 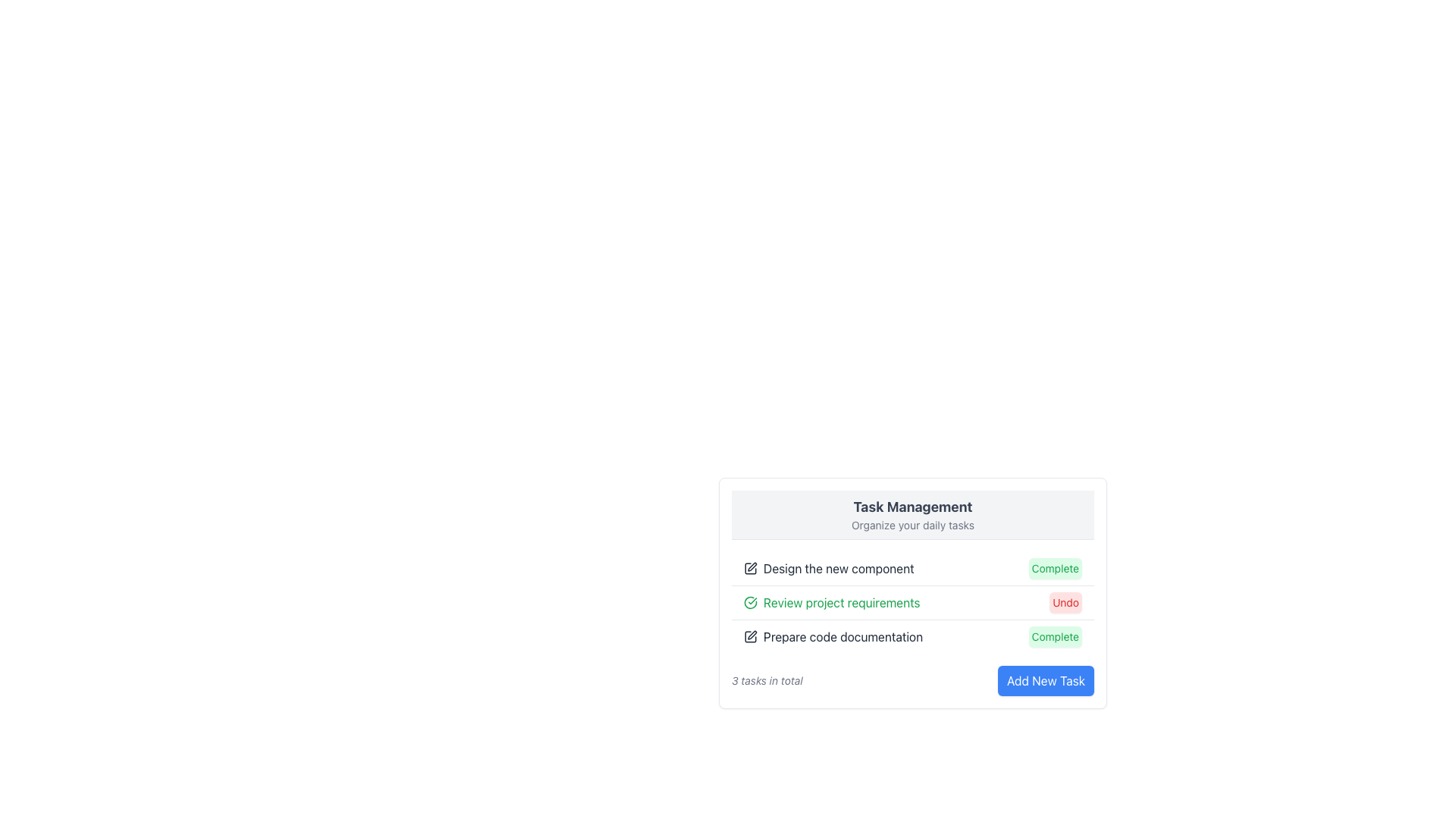 What do you see at coordinates (1065, 601) in the screenshot?
I see `the 'Undo' button, which is a red rectangular button with rounded corners` at bounding box center [1065, 601].